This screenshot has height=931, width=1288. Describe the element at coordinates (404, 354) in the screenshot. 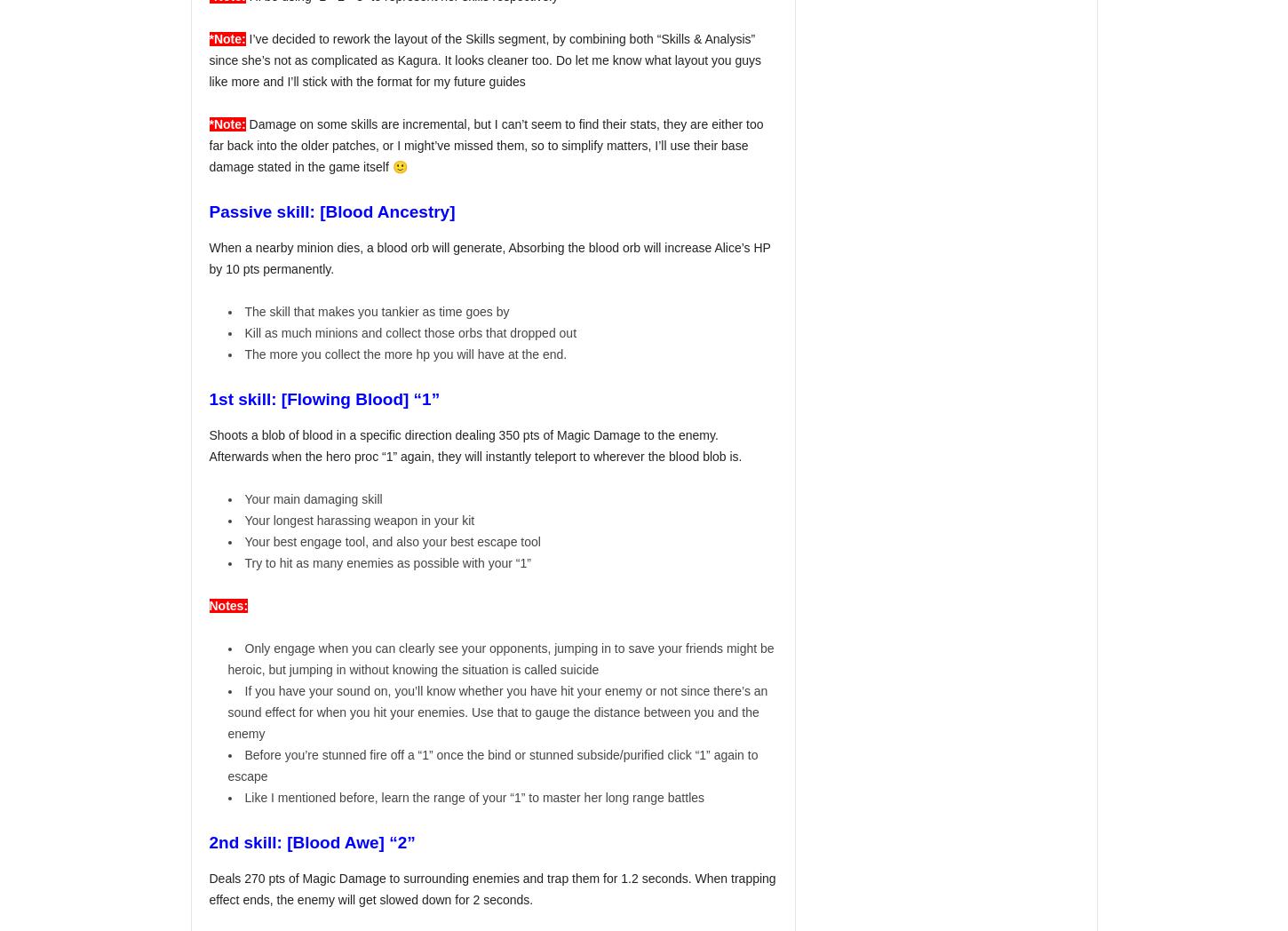

I see `'The more you collect the more hp you will have at the end.'` at that location.